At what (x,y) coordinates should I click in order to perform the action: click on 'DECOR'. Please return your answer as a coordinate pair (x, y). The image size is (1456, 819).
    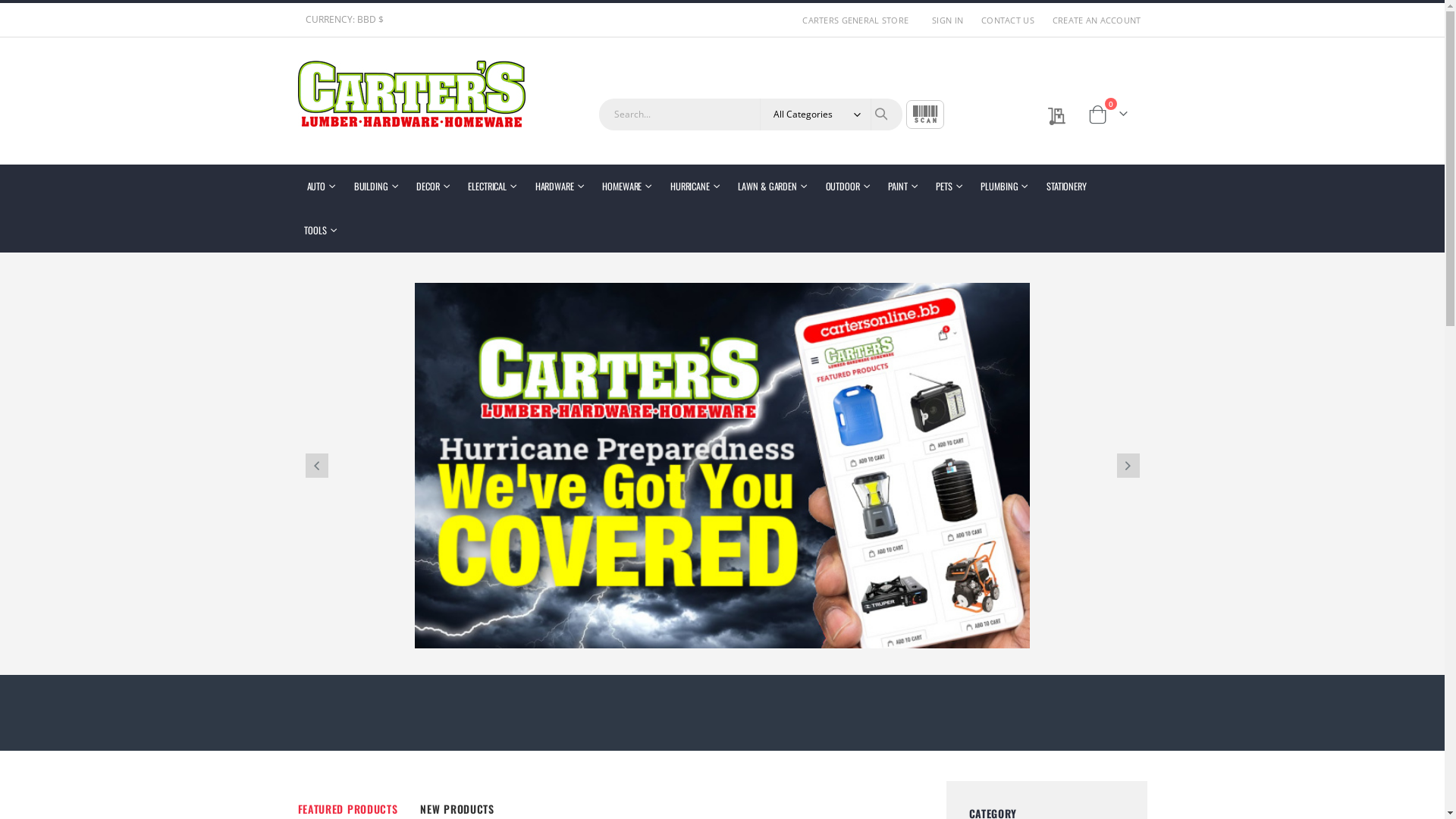
    Looking at the image, I should click on (431, 186).